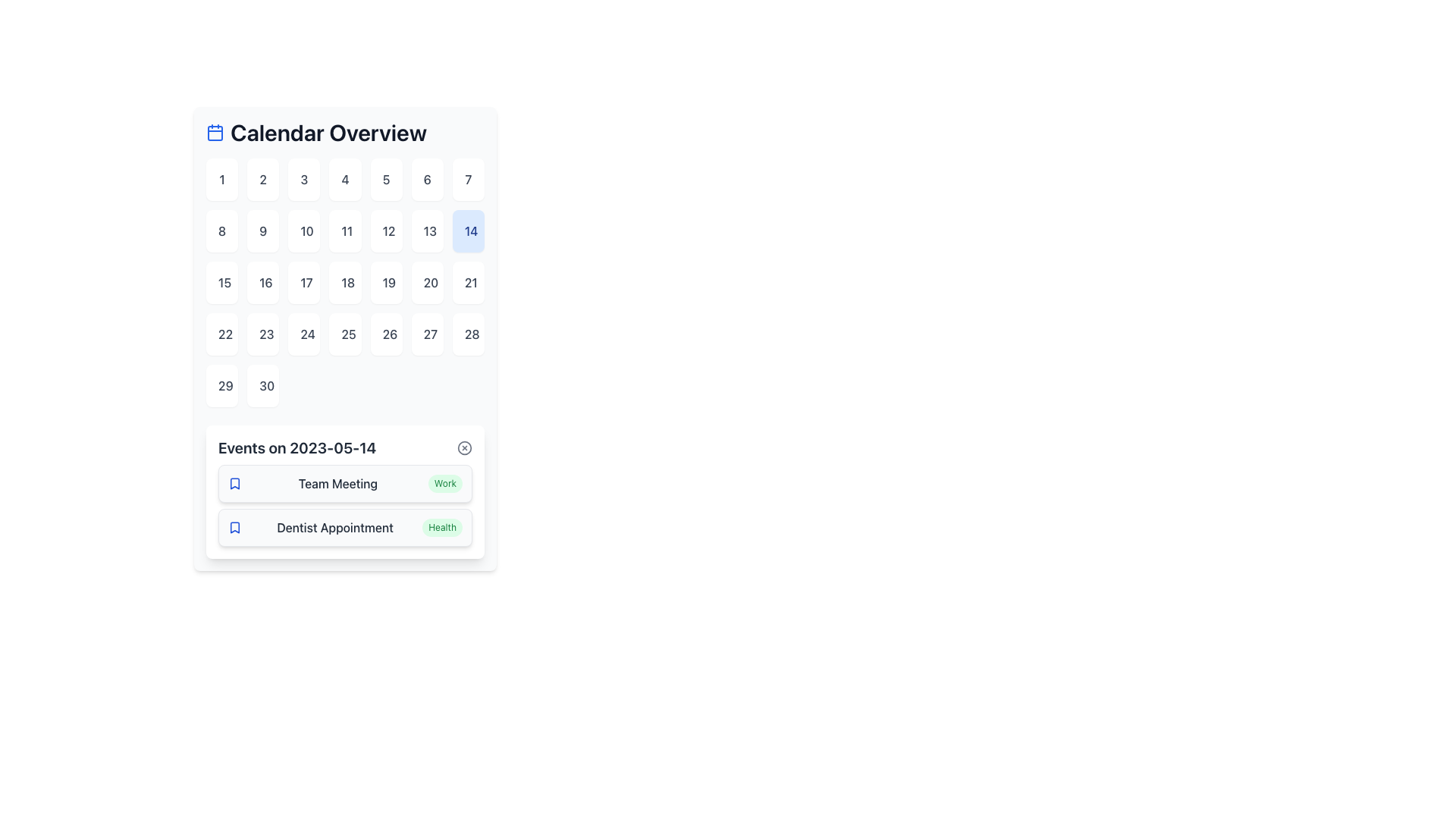  Describe the element at coordinates (221, 231) in the screenshot. I see `the square button with a centered '8' in dark text, located in the second row, first column of the grid under 'Calendar Overview'` at that location.